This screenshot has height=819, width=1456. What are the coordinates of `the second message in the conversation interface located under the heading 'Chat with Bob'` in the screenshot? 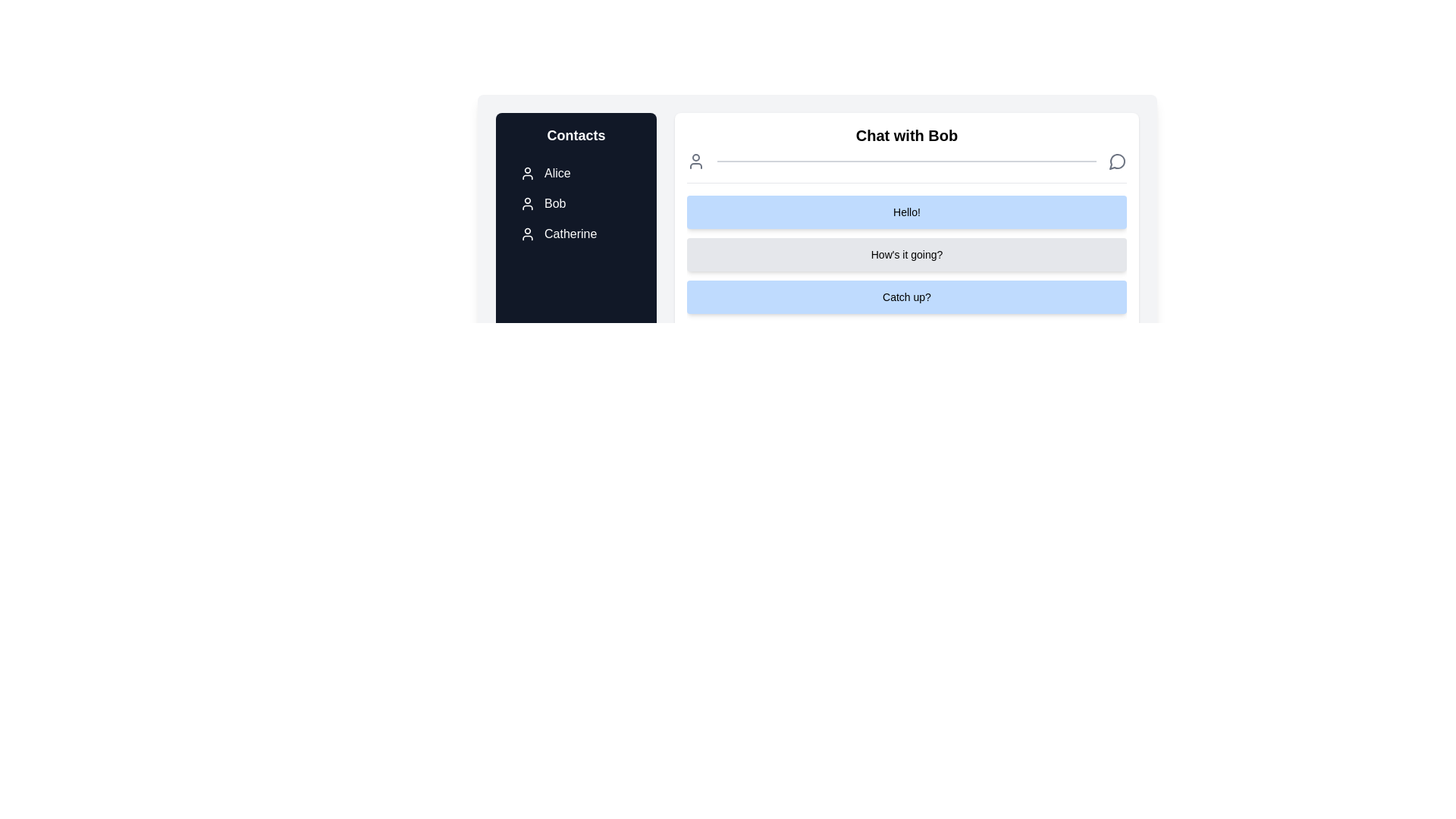 It's located at (906, 268).